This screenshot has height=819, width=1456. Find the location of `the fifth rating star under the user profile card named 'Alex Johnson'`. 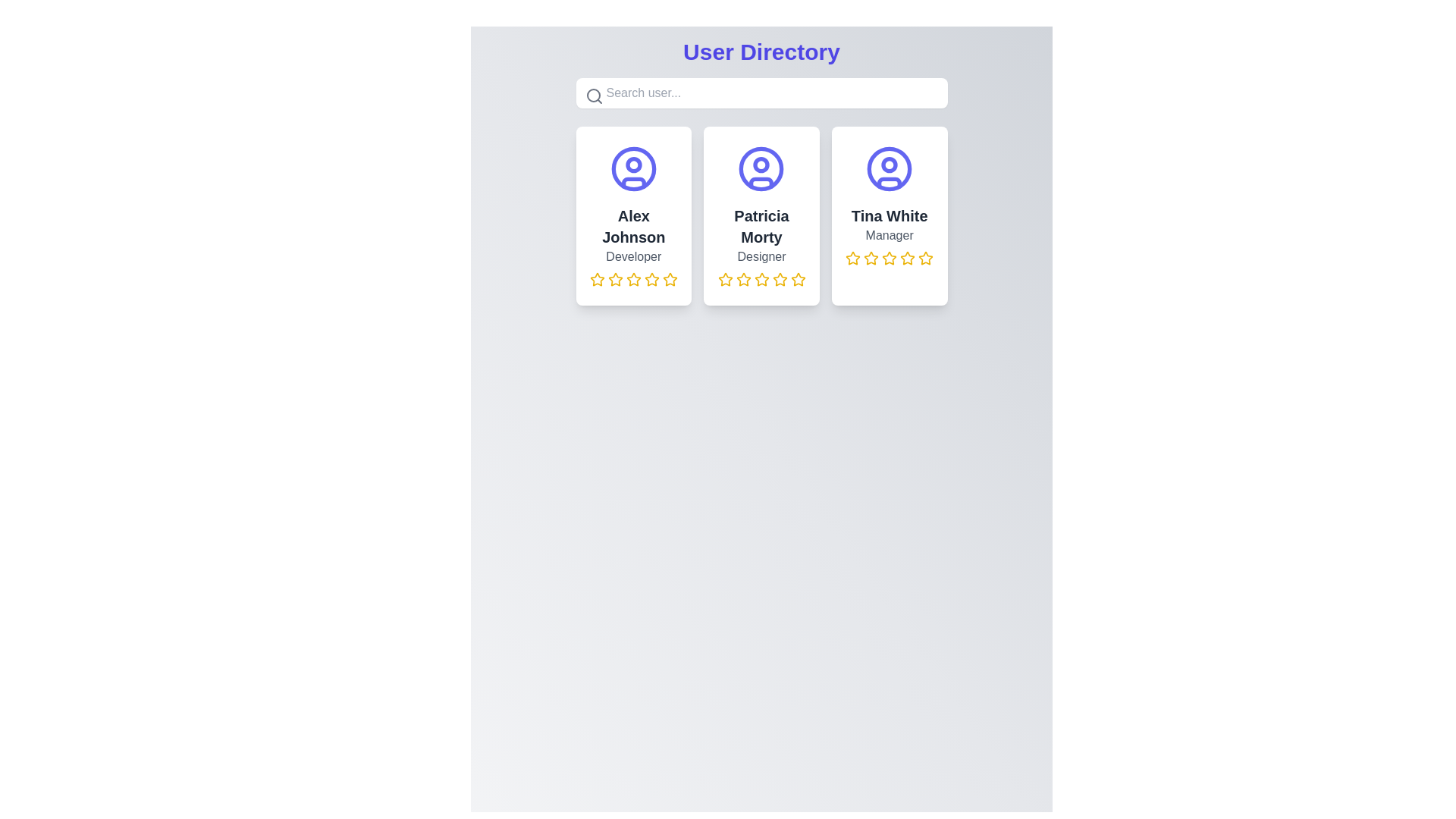

the fifth rating star under the user profile card named 'Alex Johnson' is located at coordinates (651, 280).